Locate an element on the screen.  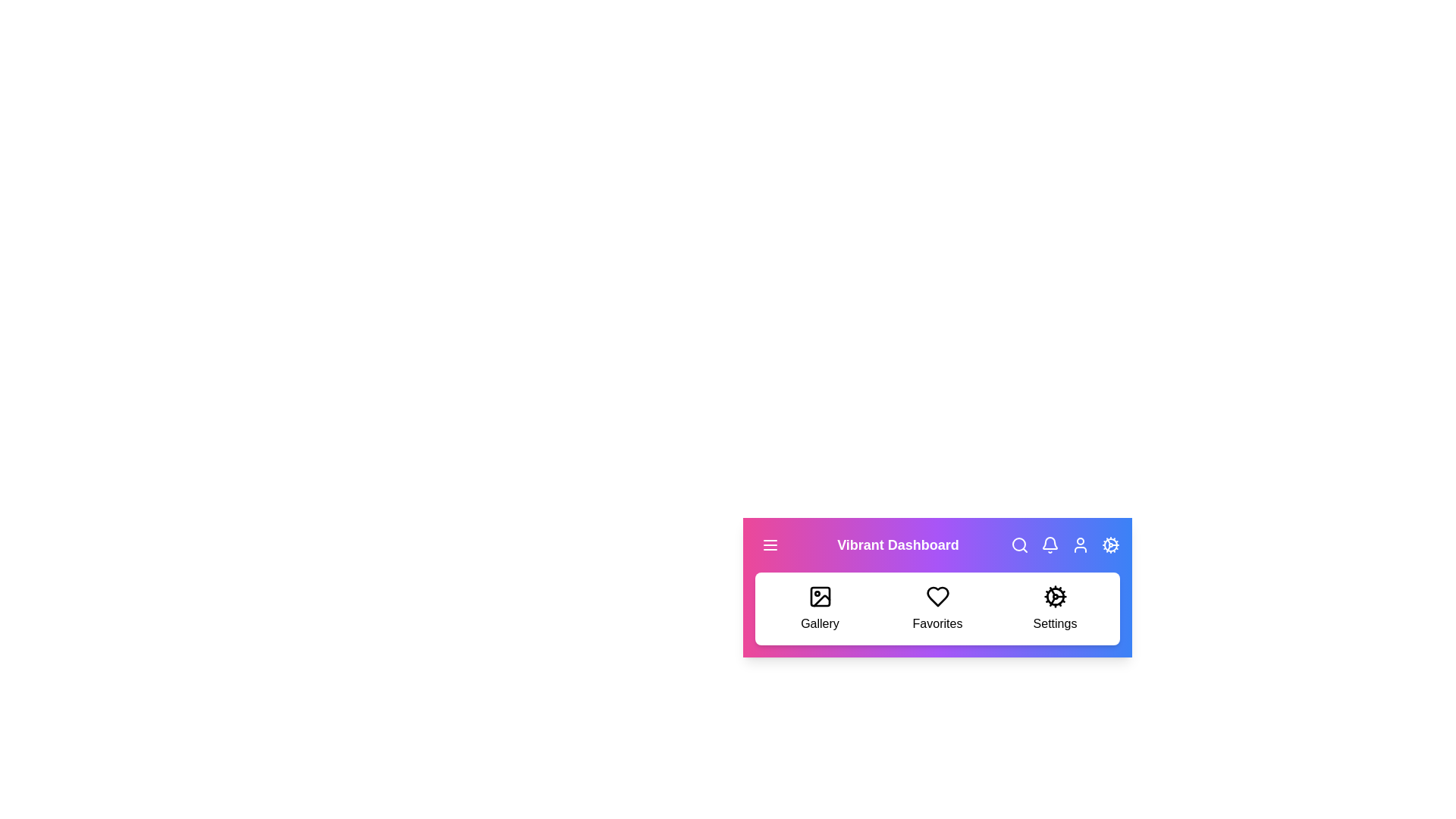
the search button to initiate a search is located at coordinates (1019, 544).